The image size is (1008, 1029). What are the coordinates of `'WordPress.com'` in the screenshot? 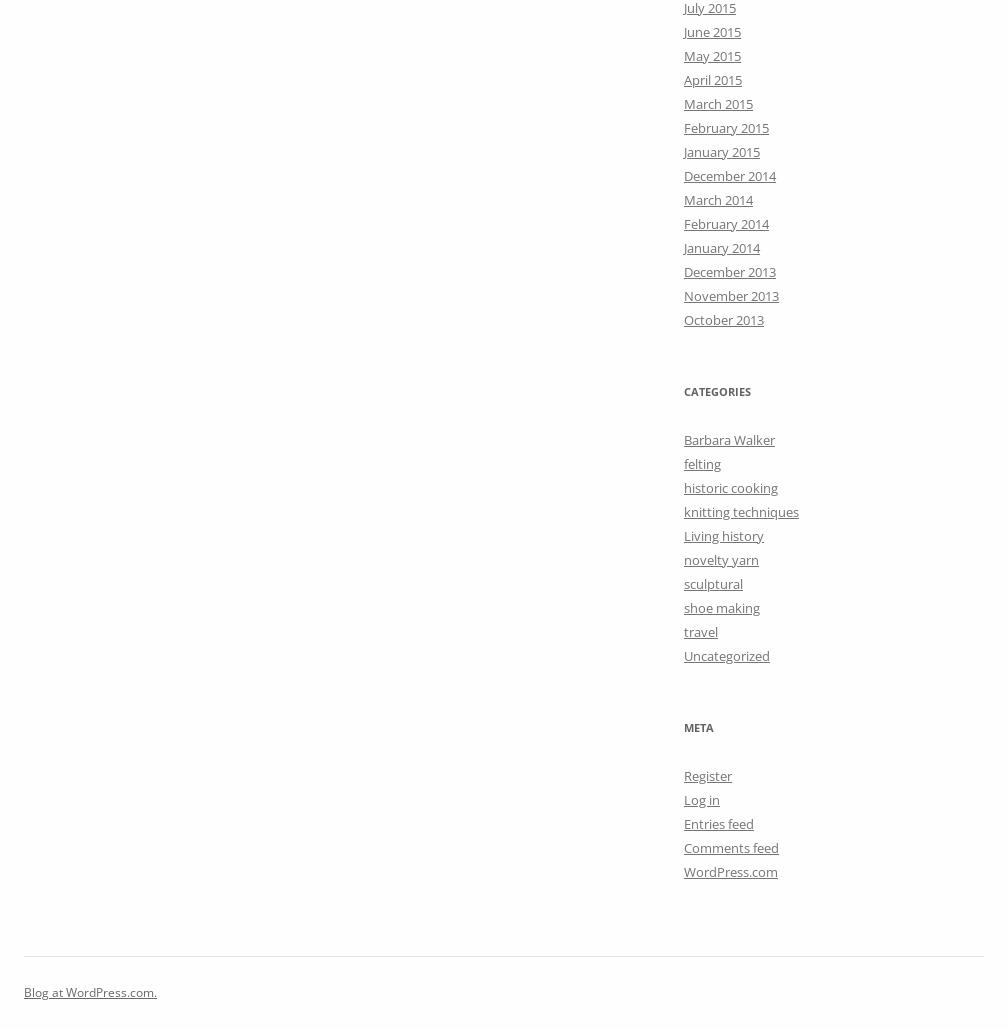 It's located at (731, 870).